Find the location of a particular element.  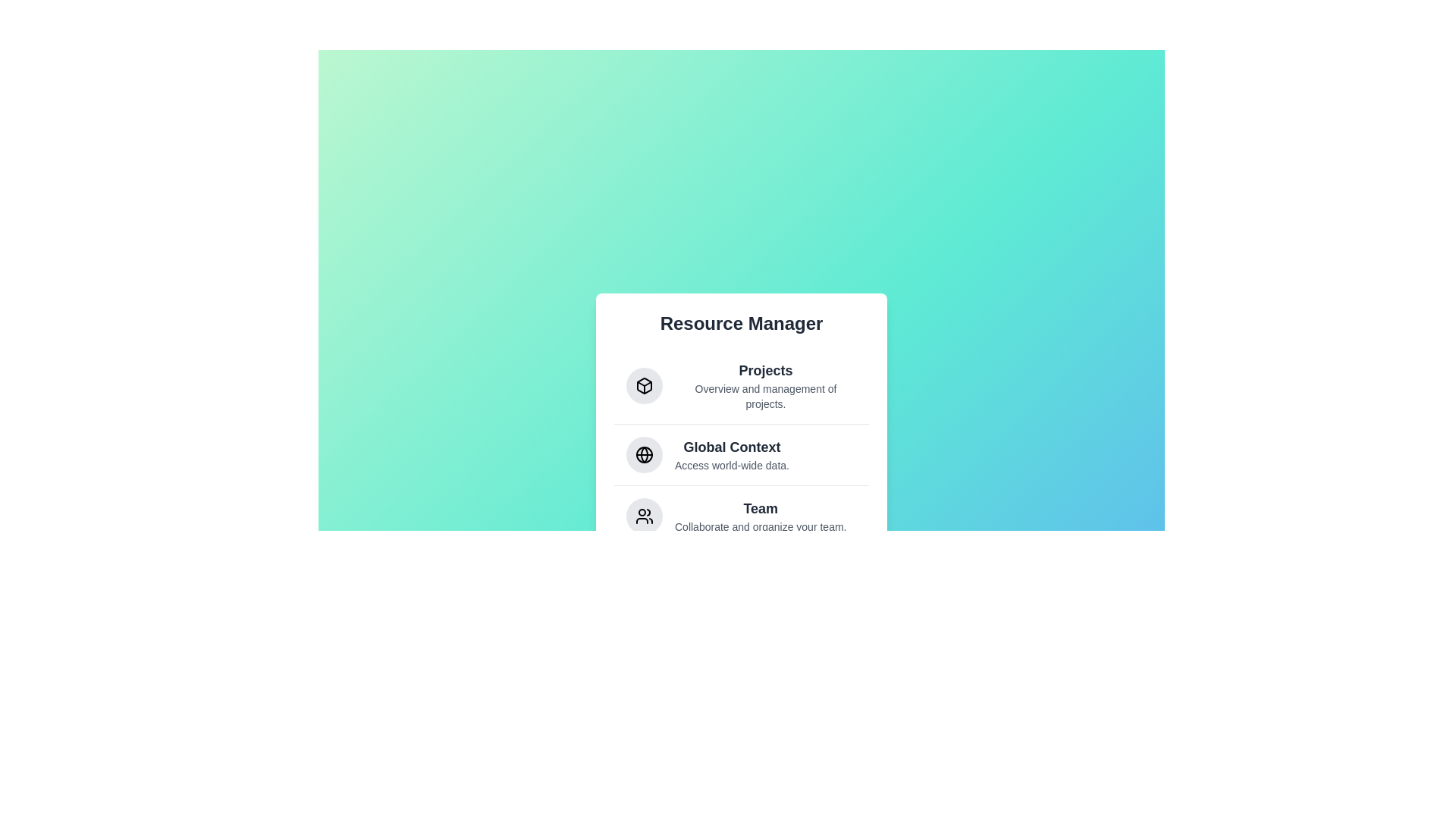

the Global Context icon to select it is located at coordinates (644, 453).